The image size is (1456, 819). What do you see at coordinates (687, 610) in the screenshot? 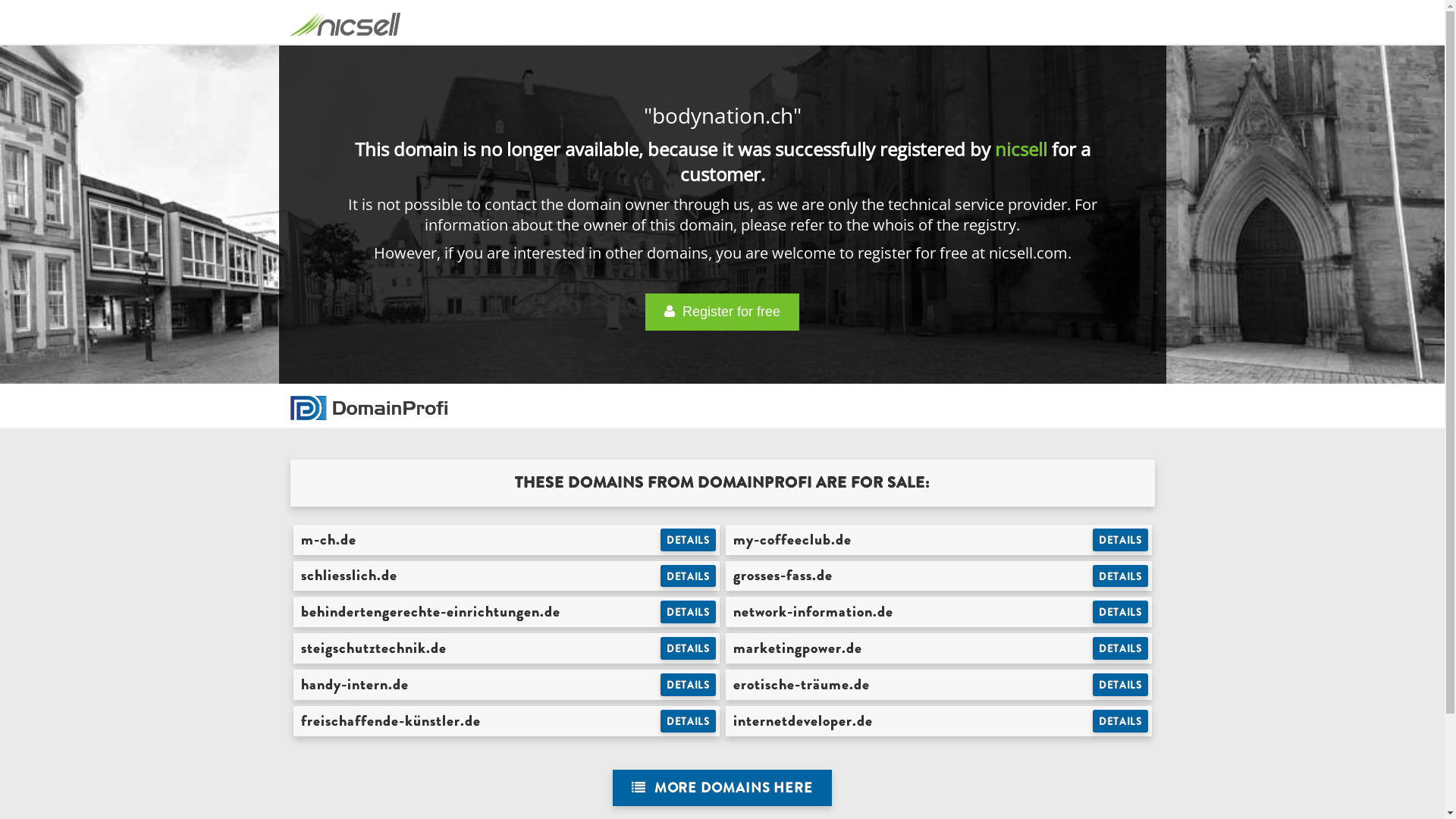
I see `'DETAILS'` at bounding box center [687, 610].